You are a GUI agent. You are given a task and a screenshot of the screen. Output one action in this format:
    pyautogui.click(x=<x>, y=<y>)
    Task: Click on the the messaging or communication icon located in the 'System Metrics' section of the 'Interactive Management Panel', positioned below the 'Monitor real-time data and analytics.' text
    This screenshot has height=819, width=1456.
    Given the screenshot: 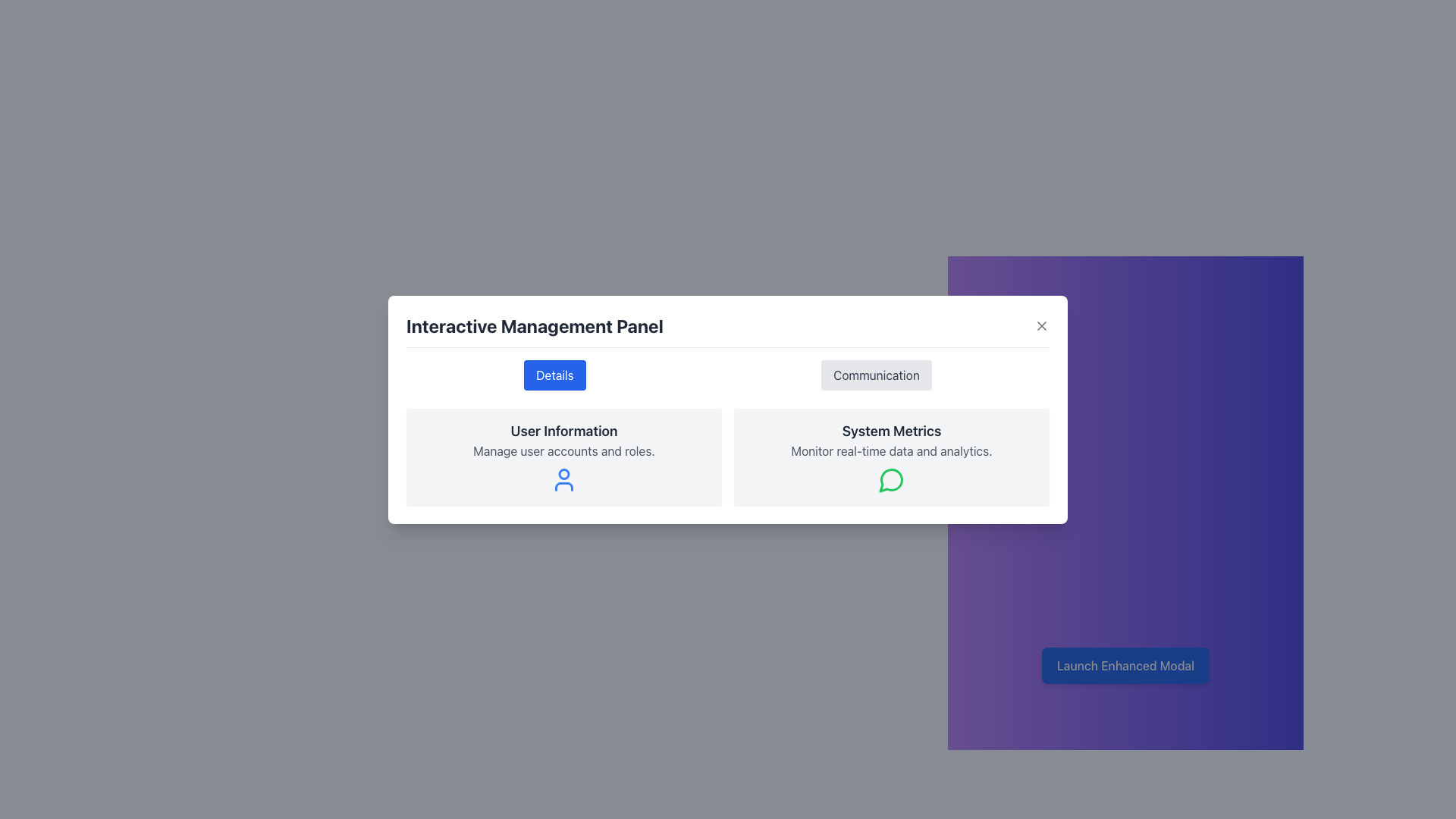 What is the action you would take?
    pyautogui.click(x=892, y=479)
    